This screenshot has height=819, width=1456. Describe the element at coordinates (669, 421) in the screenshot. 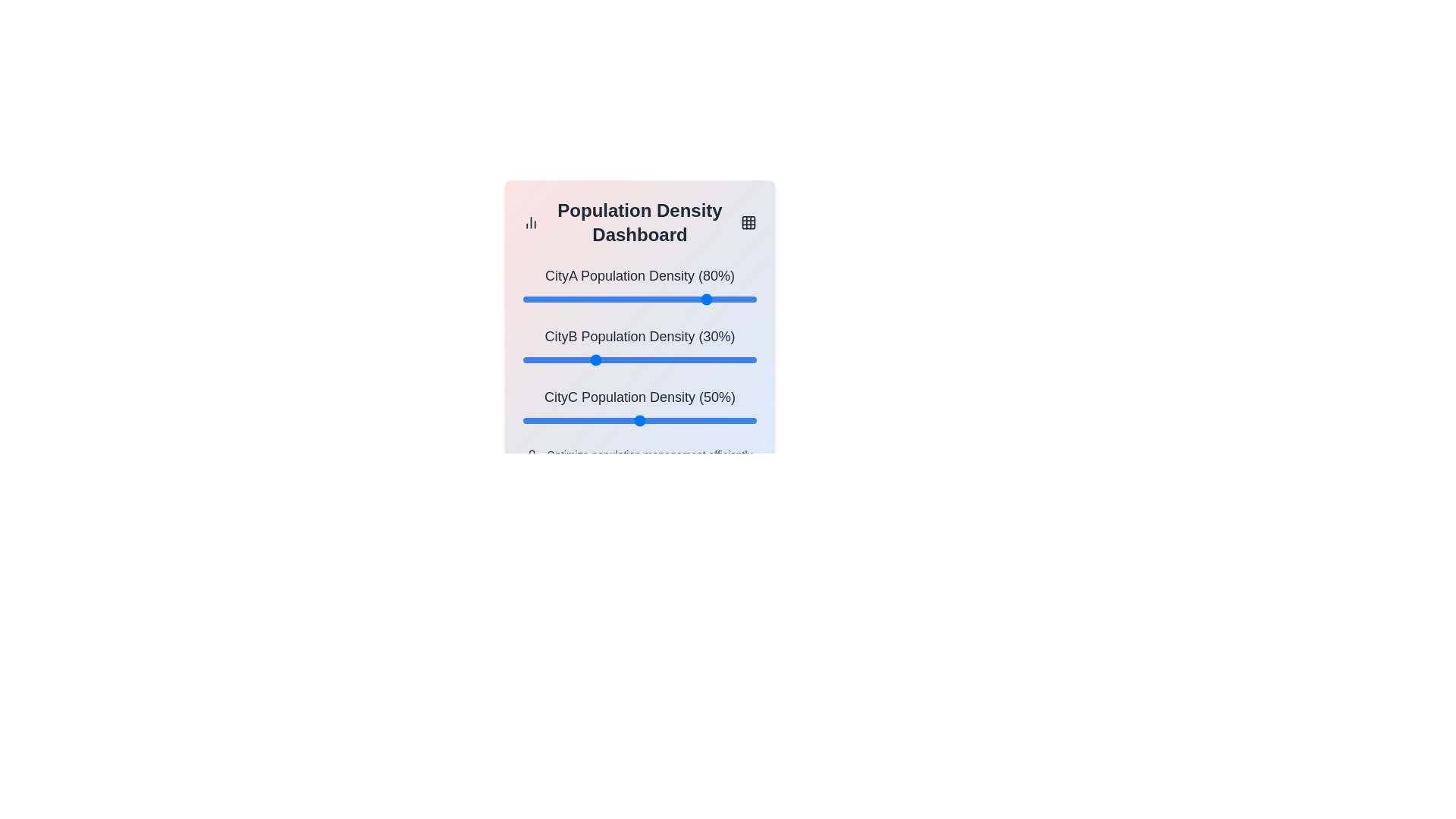

I see `the CityC population density slider to 63%` at that location.